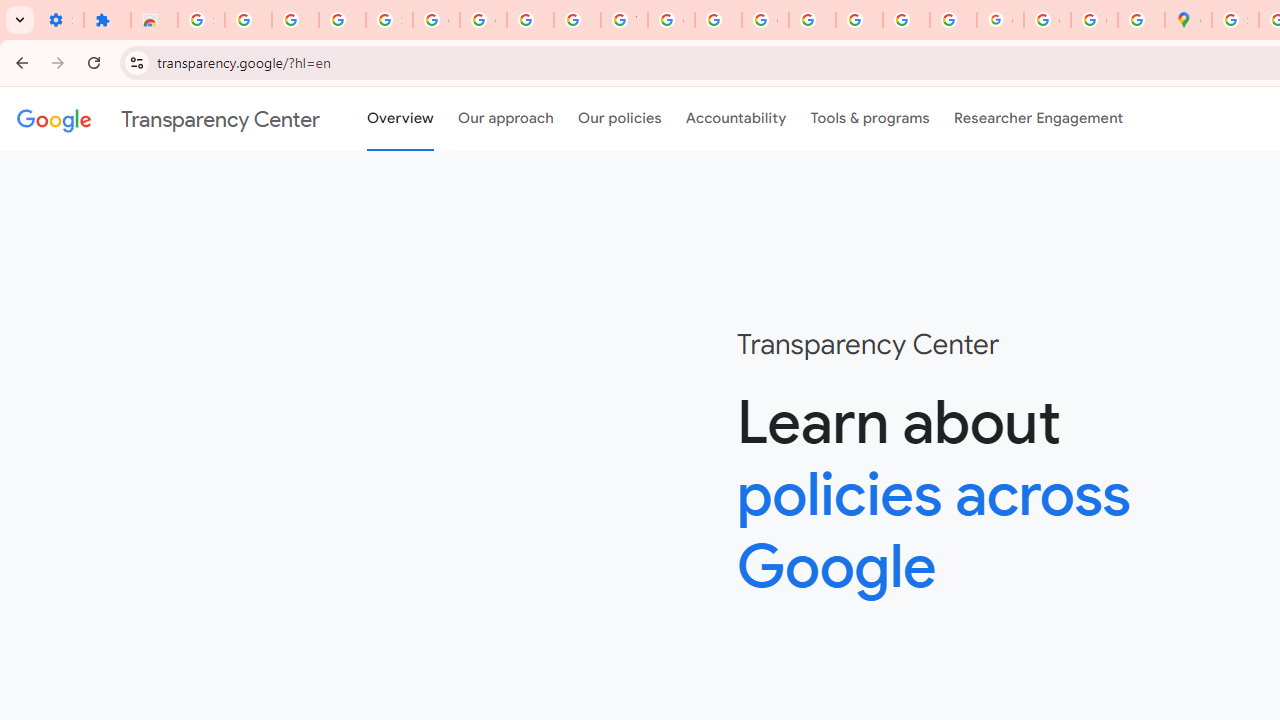  Describe the element at coordinates (506, 119) in the screenshot. I see `'Our approach'` at that location.